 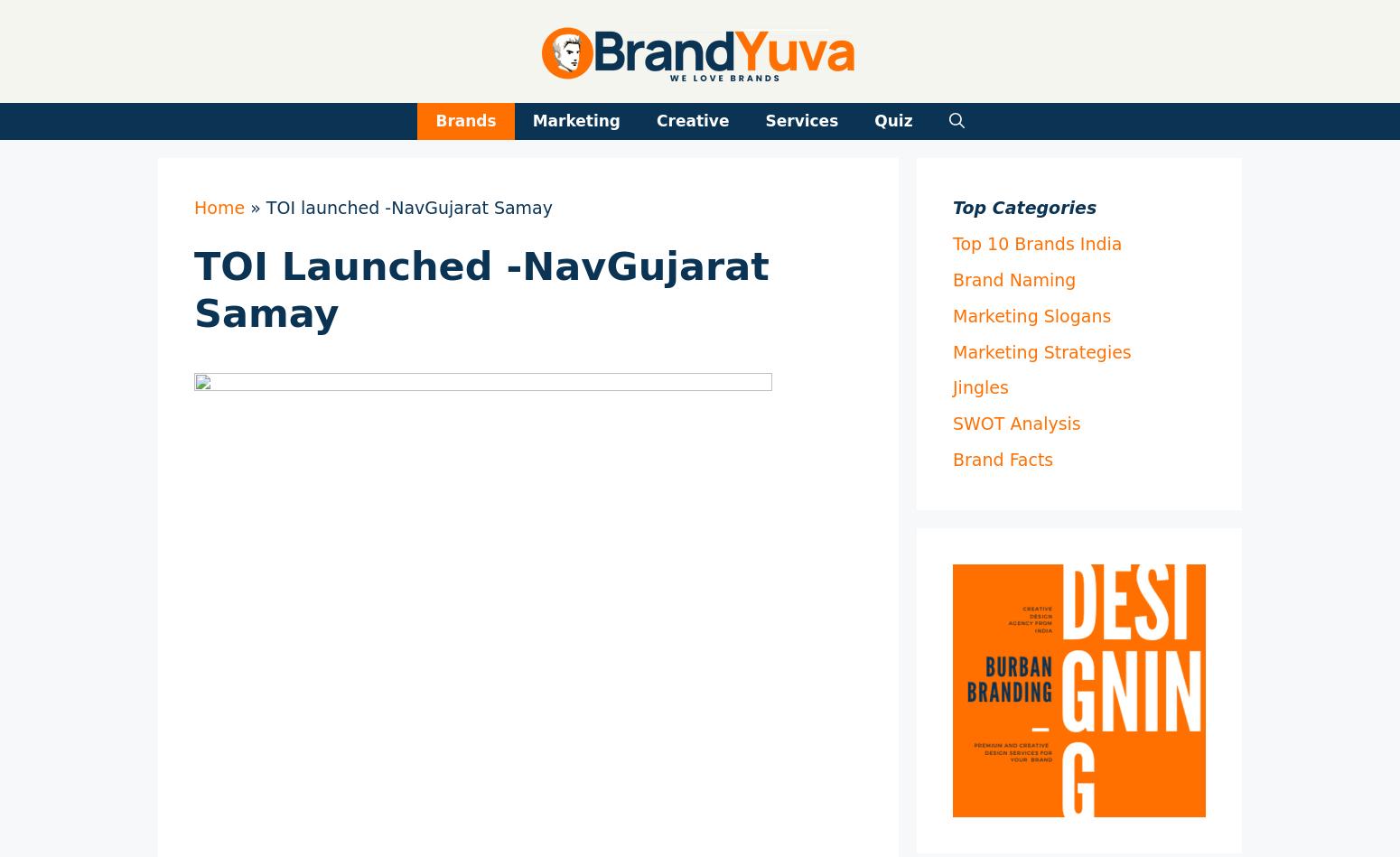 I want to click on 'Services', so click(x=801, y=120).